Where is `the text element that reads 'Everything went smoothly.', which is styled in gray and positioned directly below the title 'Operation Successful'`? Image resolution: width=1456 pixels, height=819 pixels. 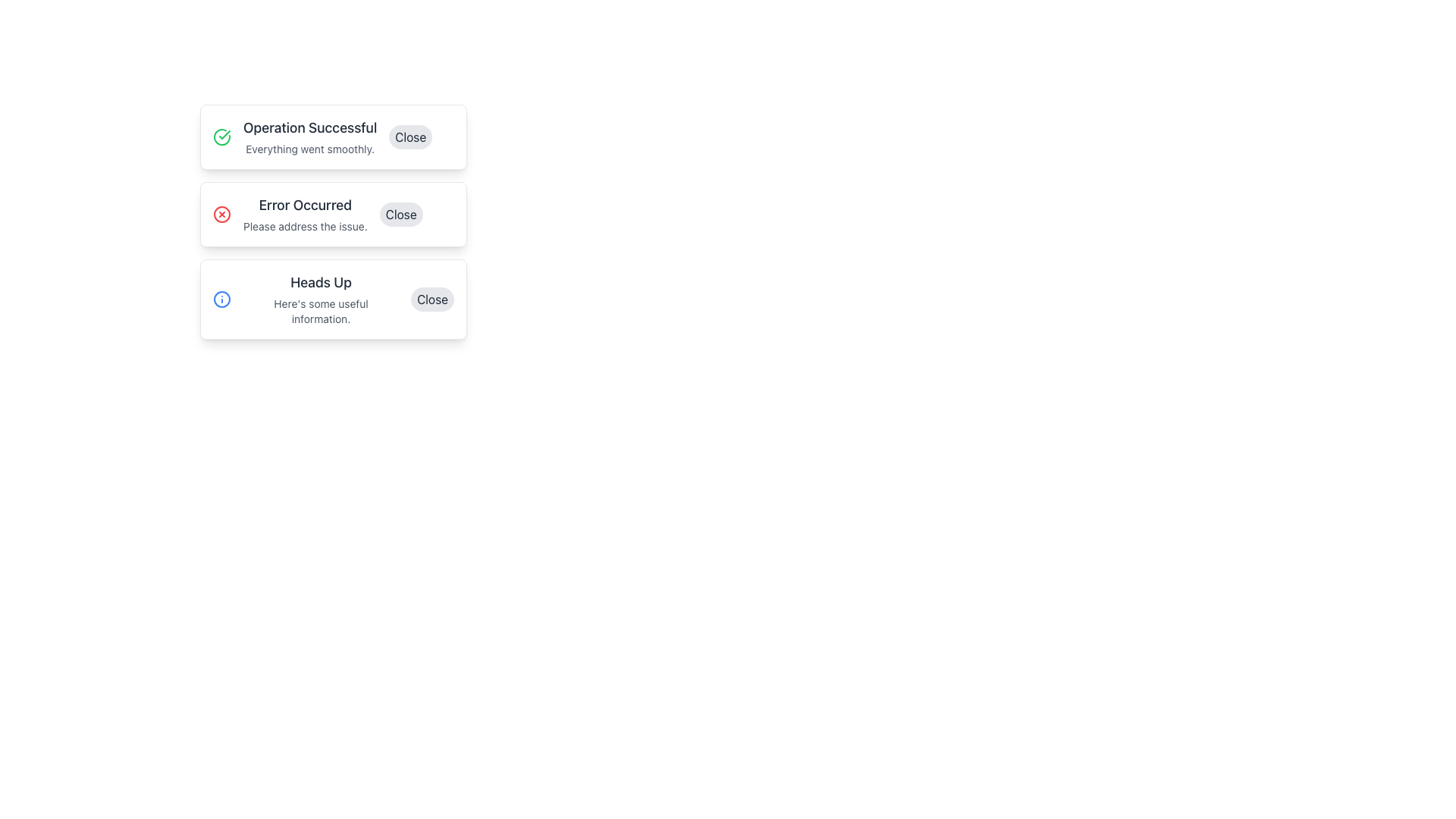 the text element that reads 'Everything went smoothly.', which is styled in gray and positioned directly below the title 'Operation Successful' is located at coordinates (309, 149).